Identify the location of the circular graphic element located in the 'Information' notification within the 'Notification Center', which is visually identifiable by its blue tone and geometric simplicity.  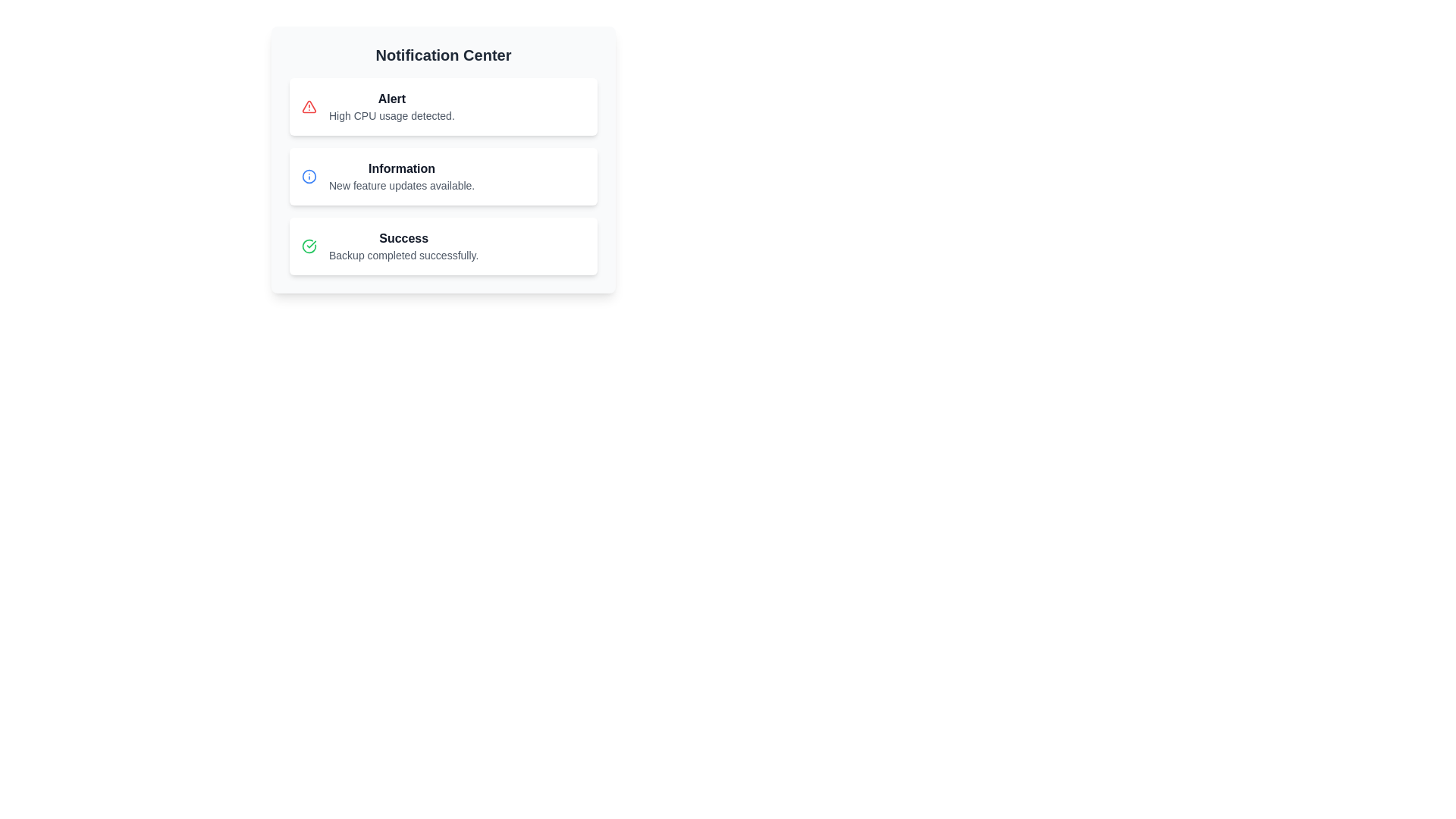
(309, 175).